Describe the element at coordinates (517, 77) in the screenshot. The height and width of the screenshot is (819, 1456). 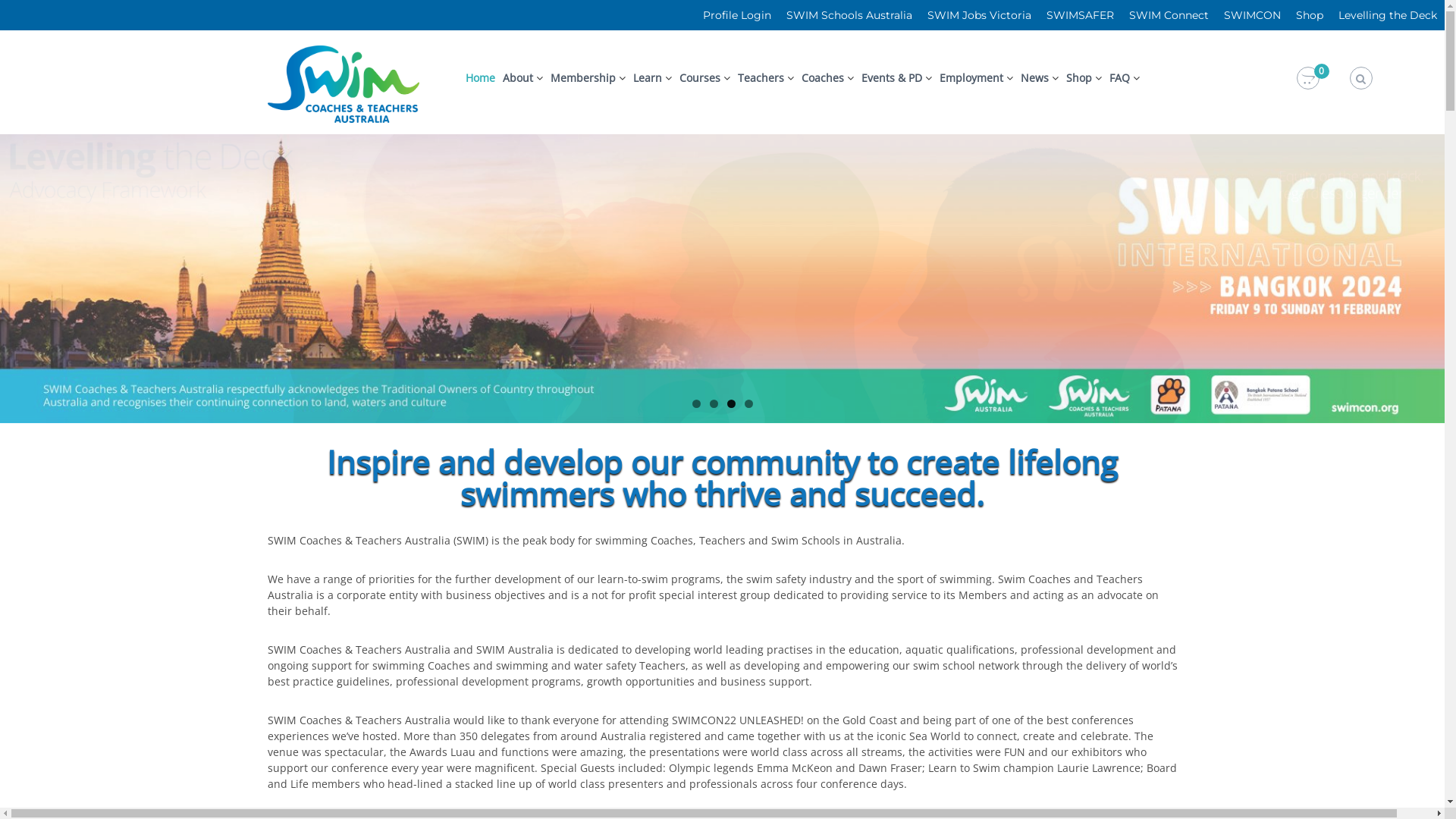
I see `'About'` at that location.